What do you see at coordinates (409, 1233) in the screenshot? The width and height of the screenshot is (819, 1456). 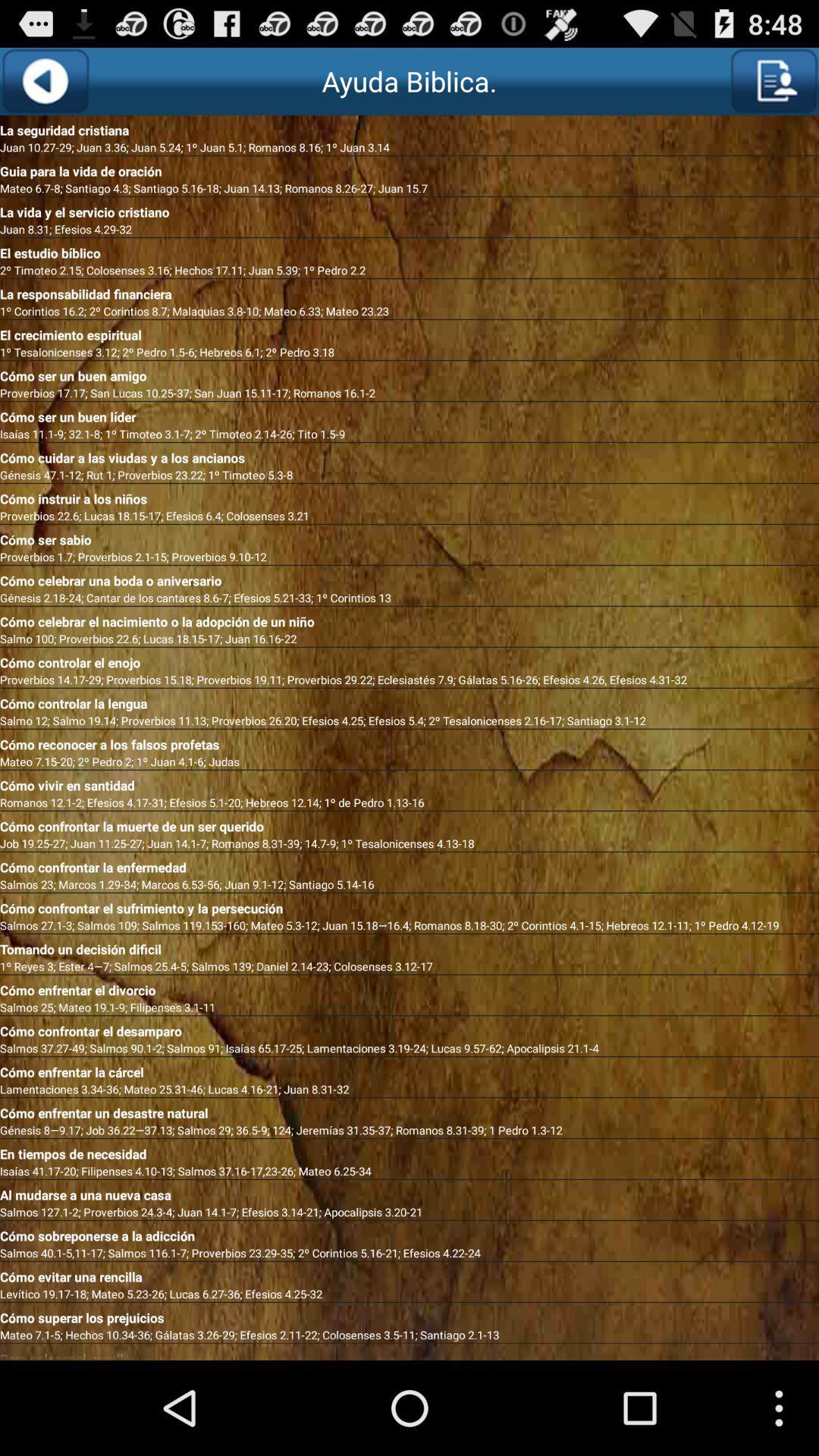 I see `app below the salmos 127 1 item` at bounding box center [409, 1233].